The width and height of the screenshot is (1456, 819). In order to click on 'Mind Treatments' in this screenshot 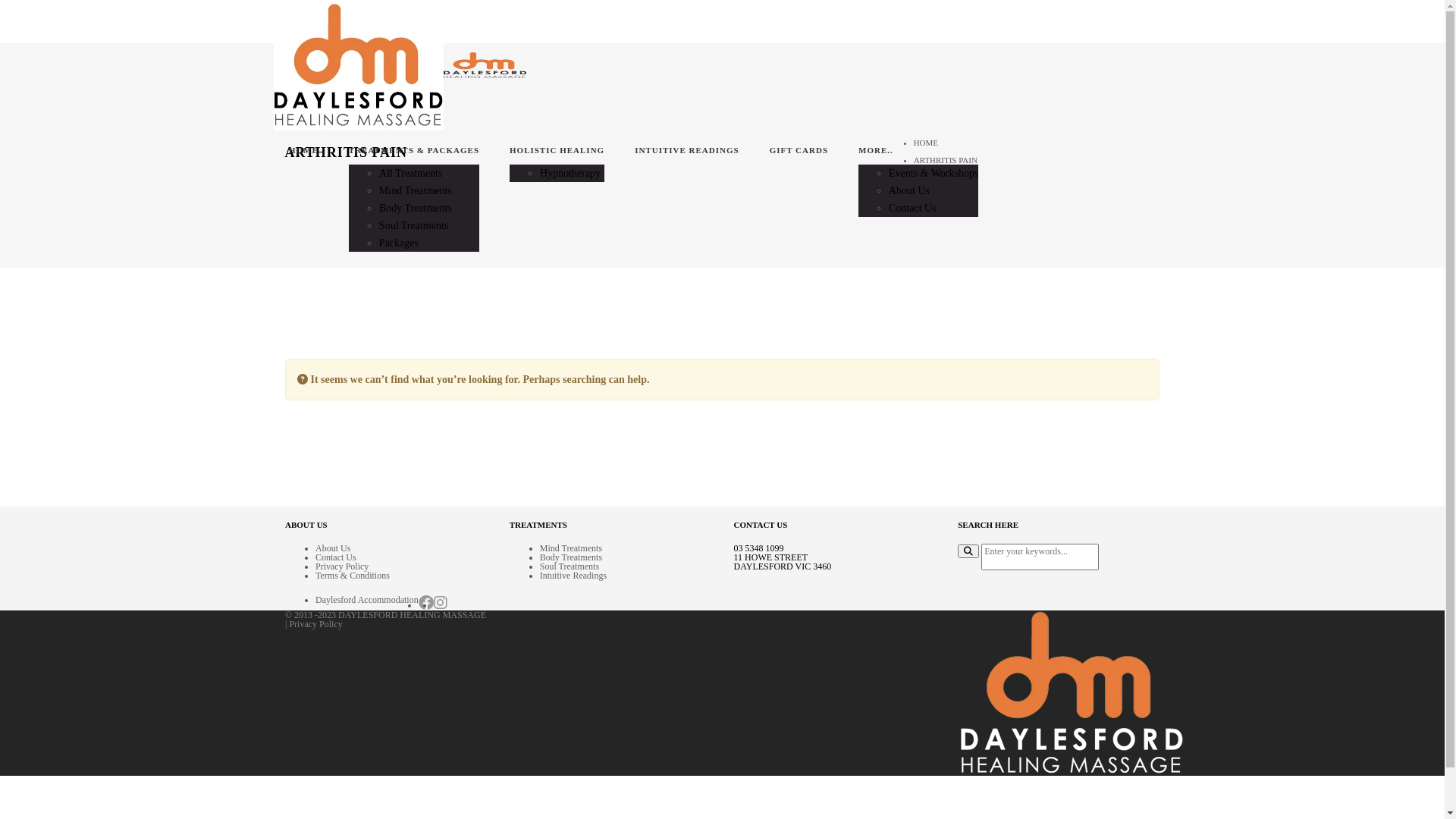, I will do `click(415, 190)`.